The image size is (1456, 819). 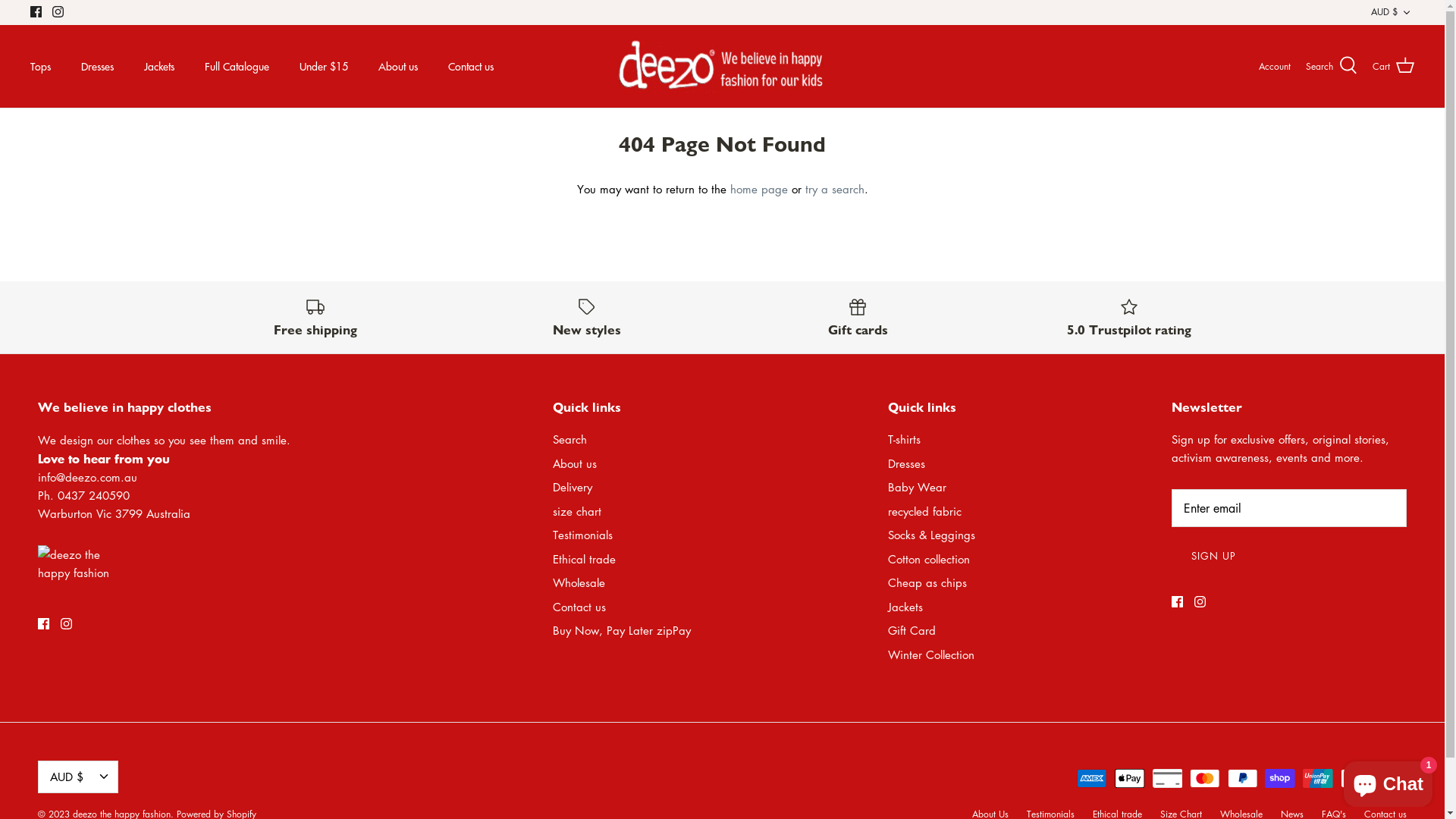 I want to click on 'Winter Collection', so click(x=930, y=654).